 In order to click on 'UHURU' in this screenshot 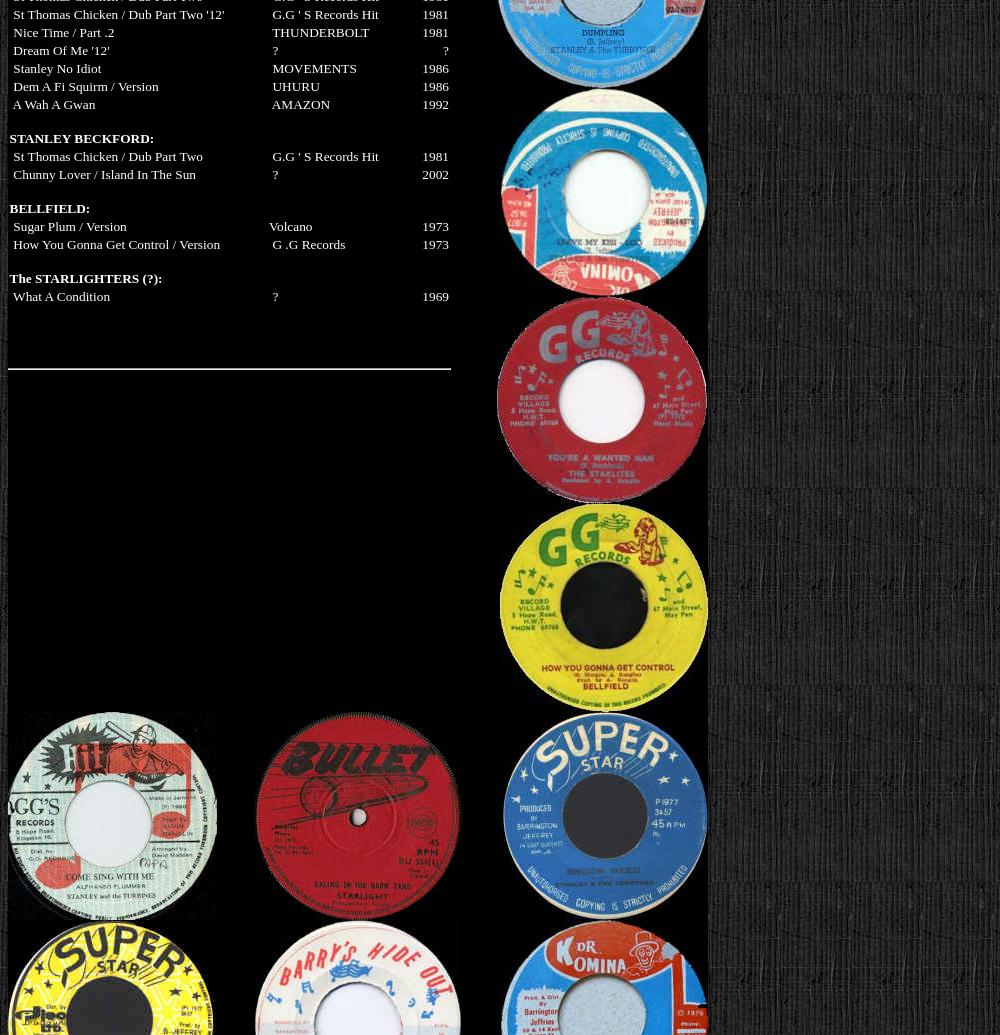, I will do `click(294, 85)`.